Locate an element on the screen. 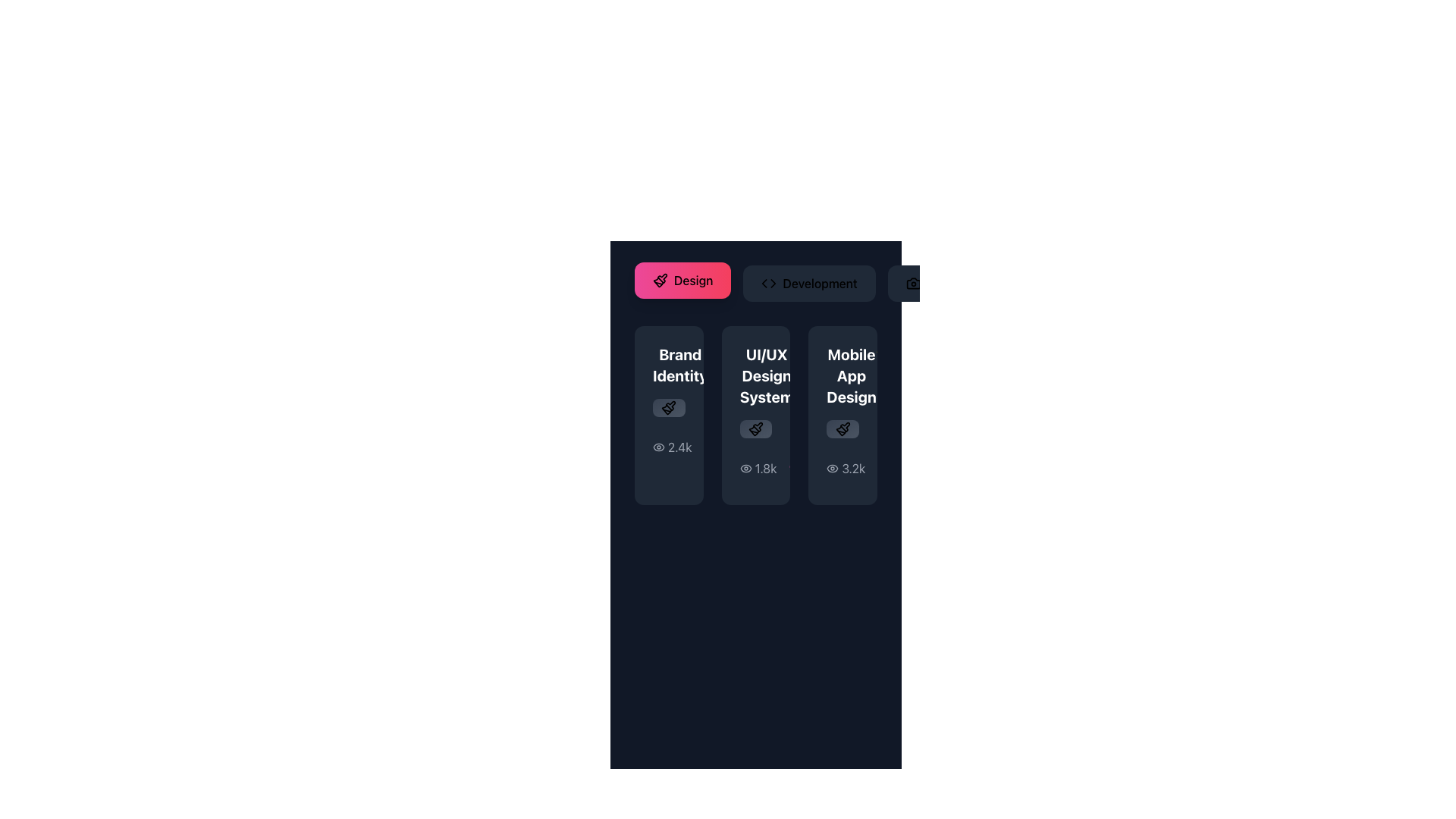 This screenshot has height=819, width=1456. the static text label displaying '2.4k', which indicates the view count for the 'Brand Identity' content, located at the bottom of the 'Brand Identity' card is located at coordinates (679, 447).